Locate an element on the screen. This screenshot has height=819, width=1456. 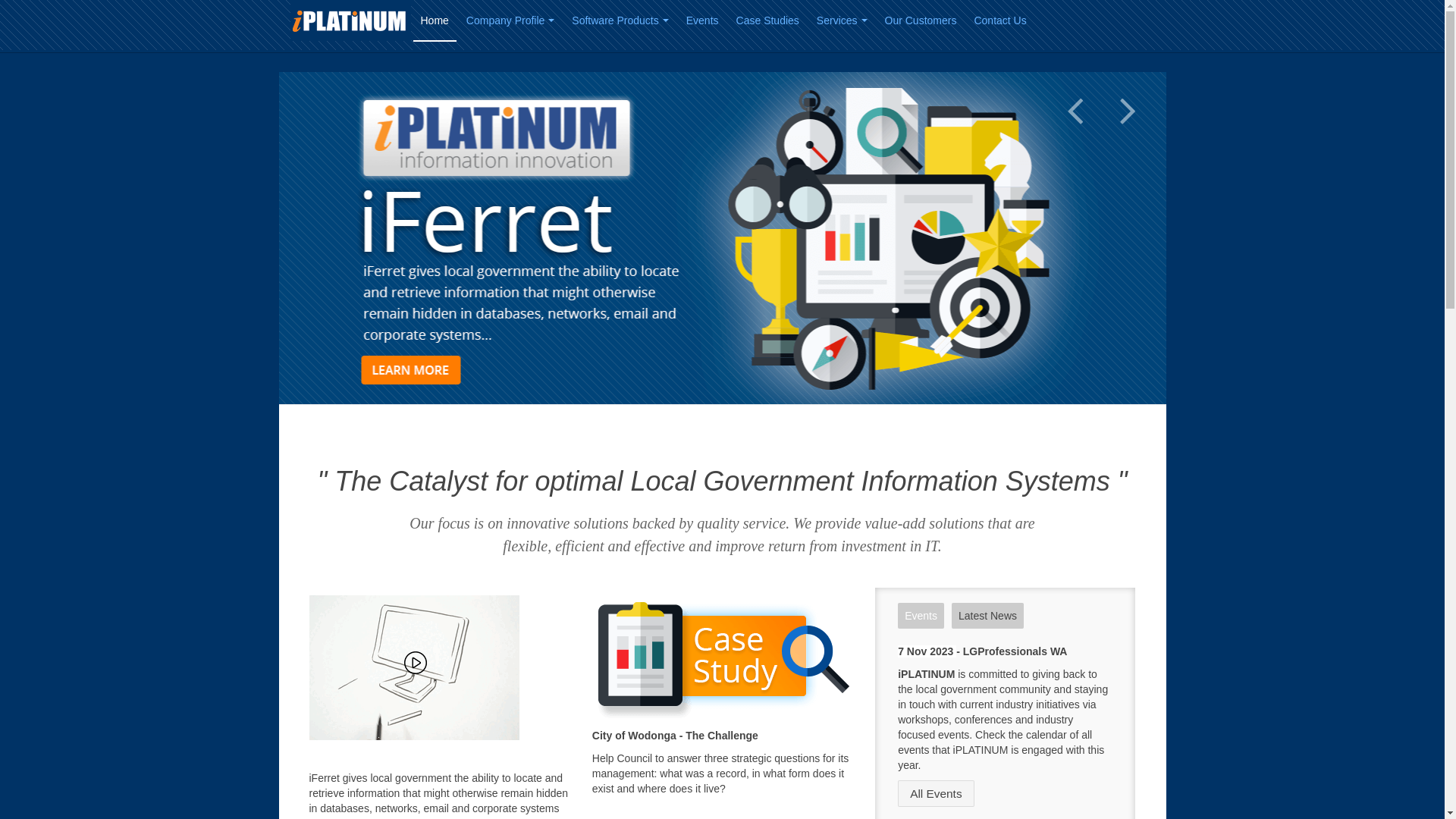
'Our Customers' is located at coordinates (920, 20).